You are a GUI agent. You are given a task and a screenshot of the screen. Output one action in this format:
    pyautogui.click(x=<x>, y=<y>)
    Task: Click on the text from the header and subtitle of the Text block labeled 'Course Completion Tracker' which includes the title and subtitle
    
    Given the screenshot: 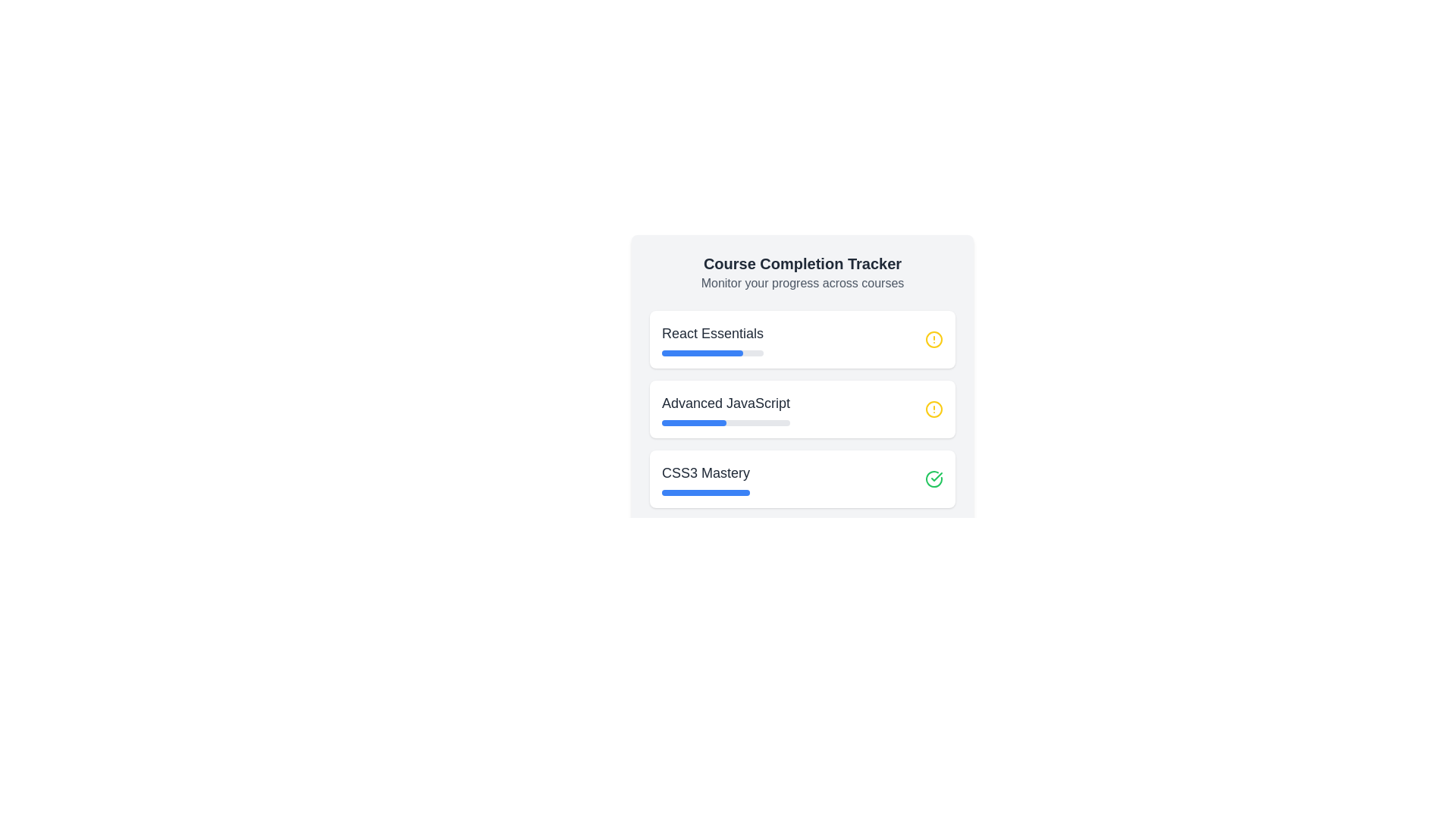 What is the action you would take?
    pyautogui.click(x=802, y=271)
    